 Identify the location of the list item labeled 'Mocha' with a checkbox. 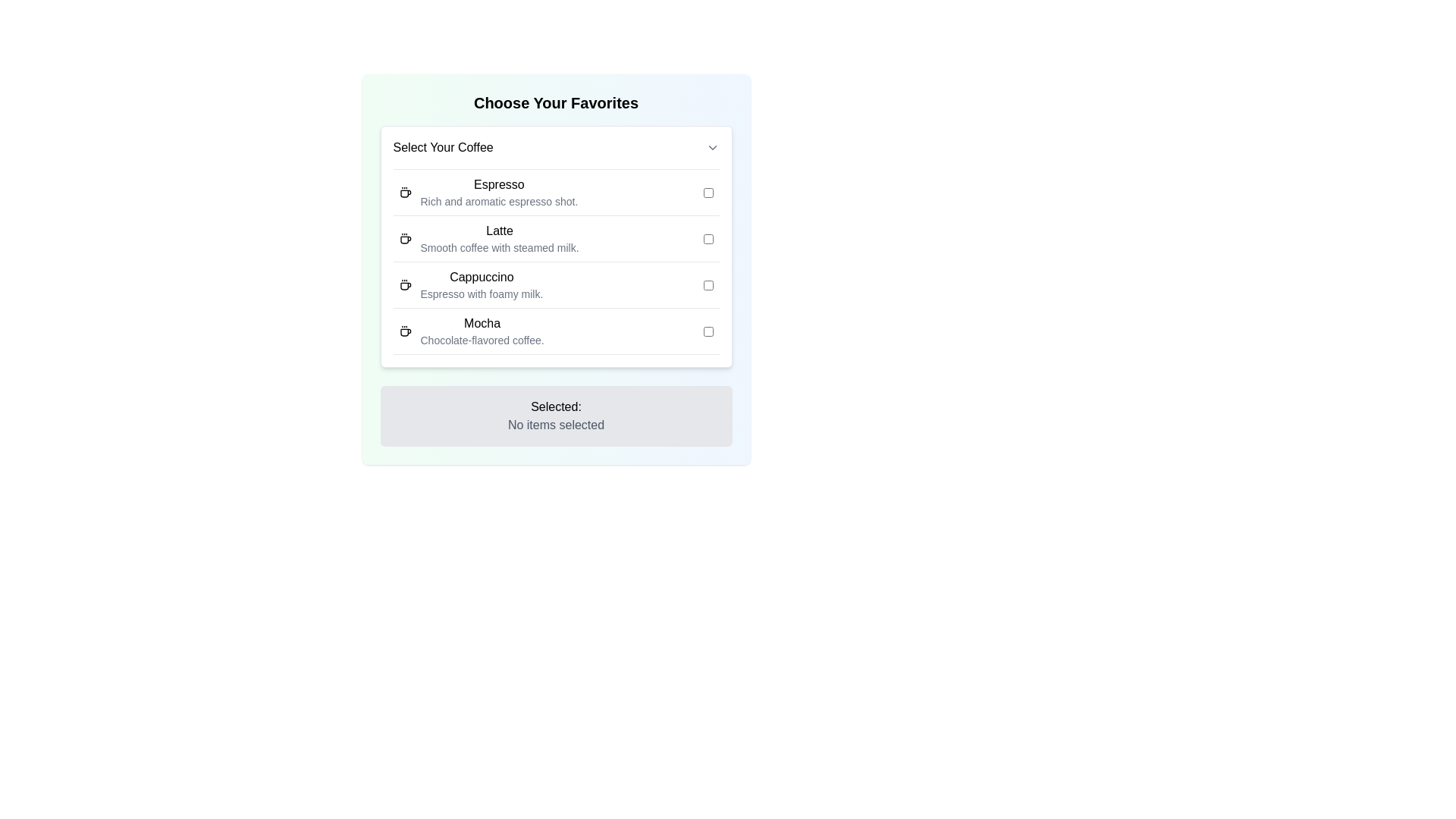
(555, 331).